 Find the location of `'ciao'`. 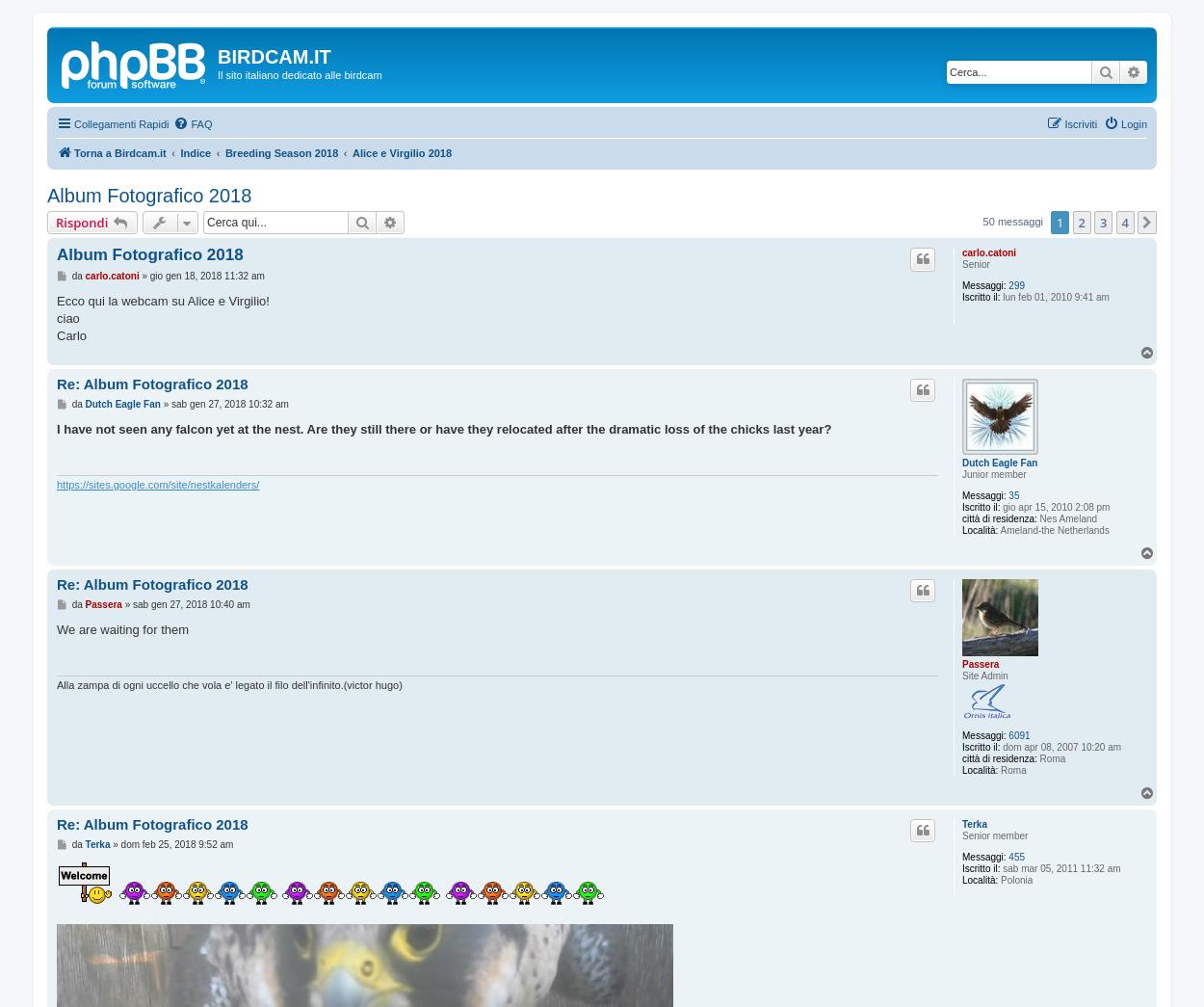

'ciao' is located at coordinates (57, 317).